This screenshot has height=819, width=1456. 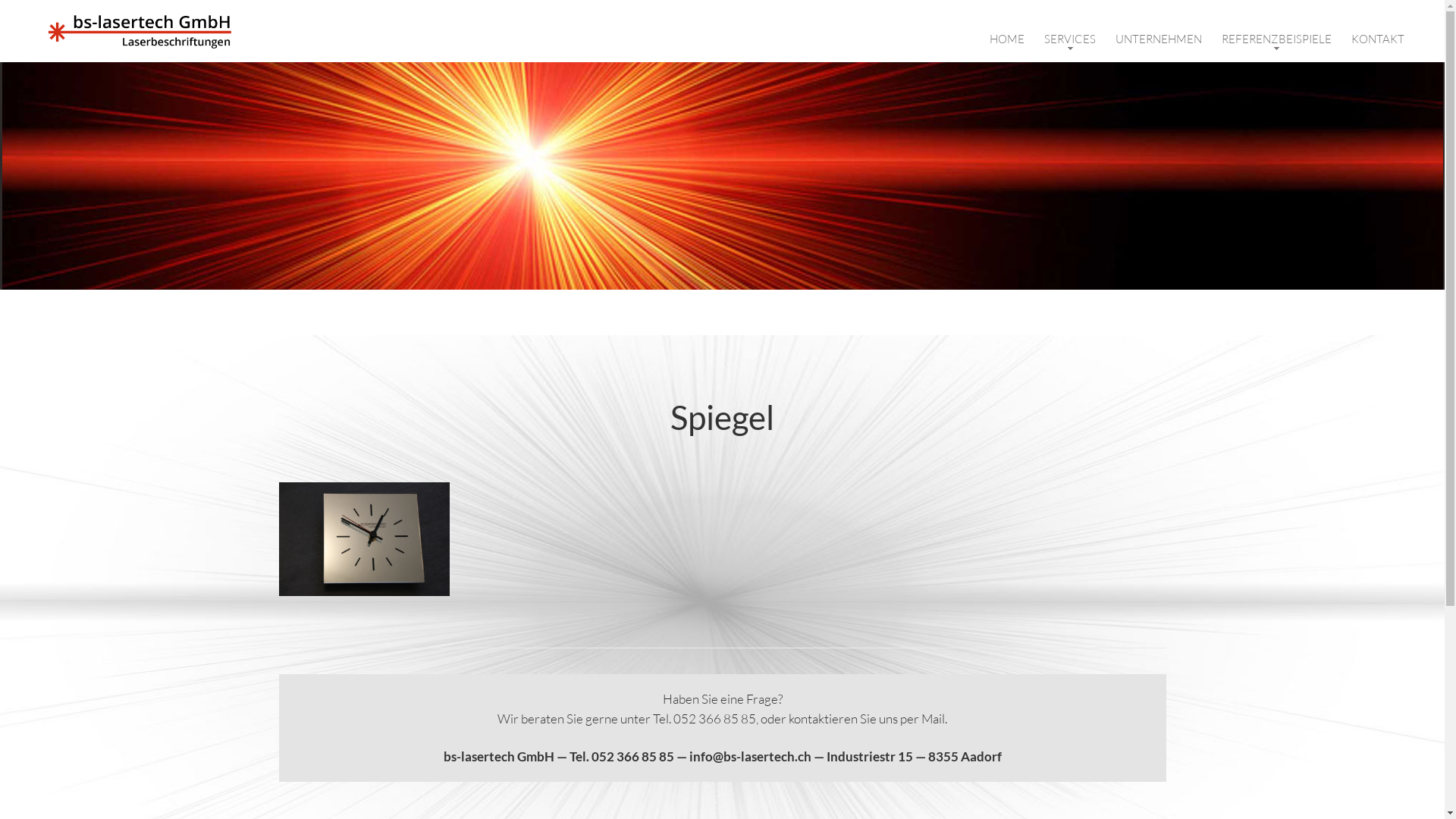 What do you see at coordinates (1069, 38) in the screenshot?
I see `'SERVICES'` at bounding box center [1069, 38].